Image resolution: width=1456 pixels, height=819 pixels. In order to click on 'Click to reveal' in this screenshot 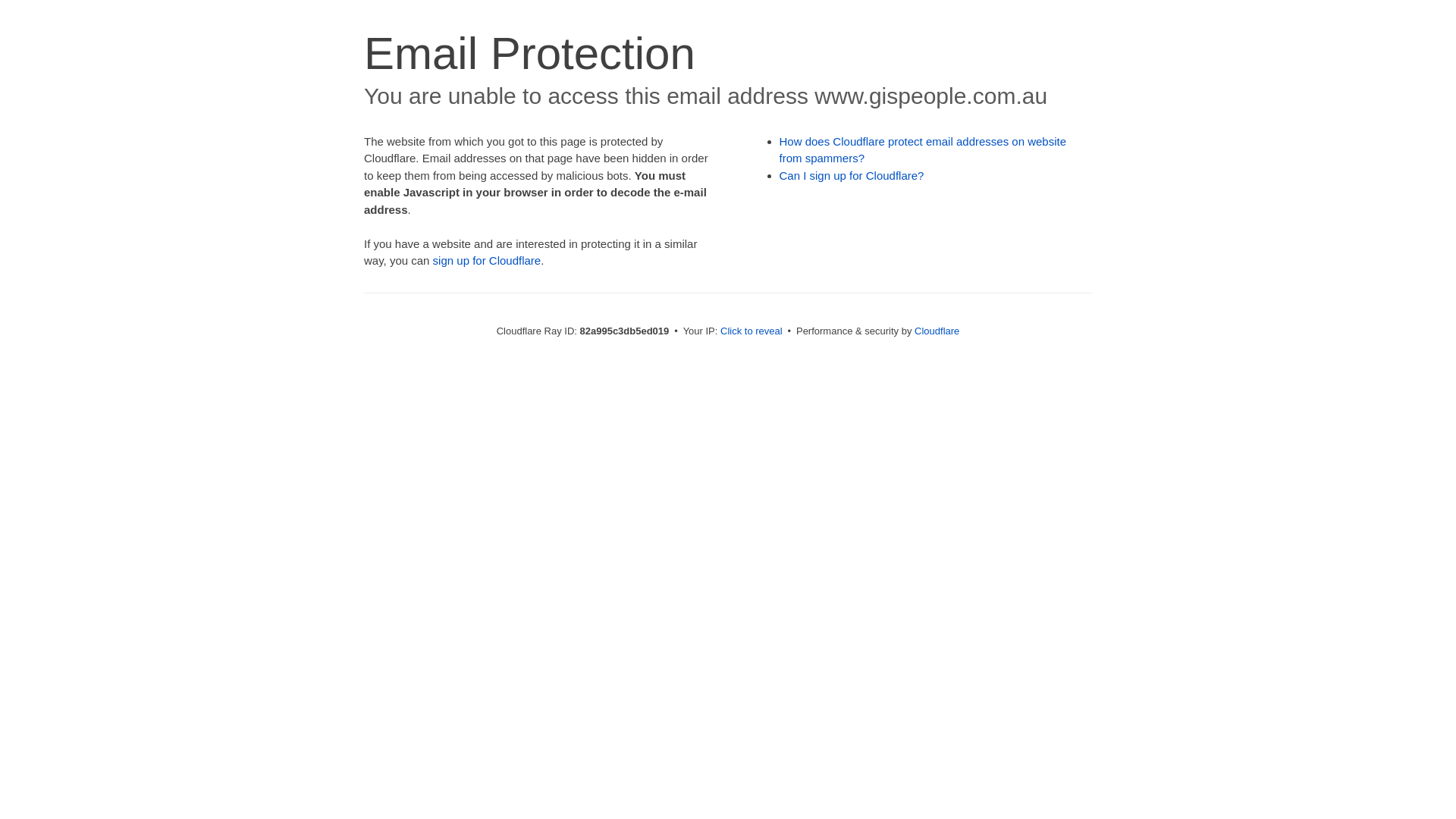, I will do `click(751, 330)`.